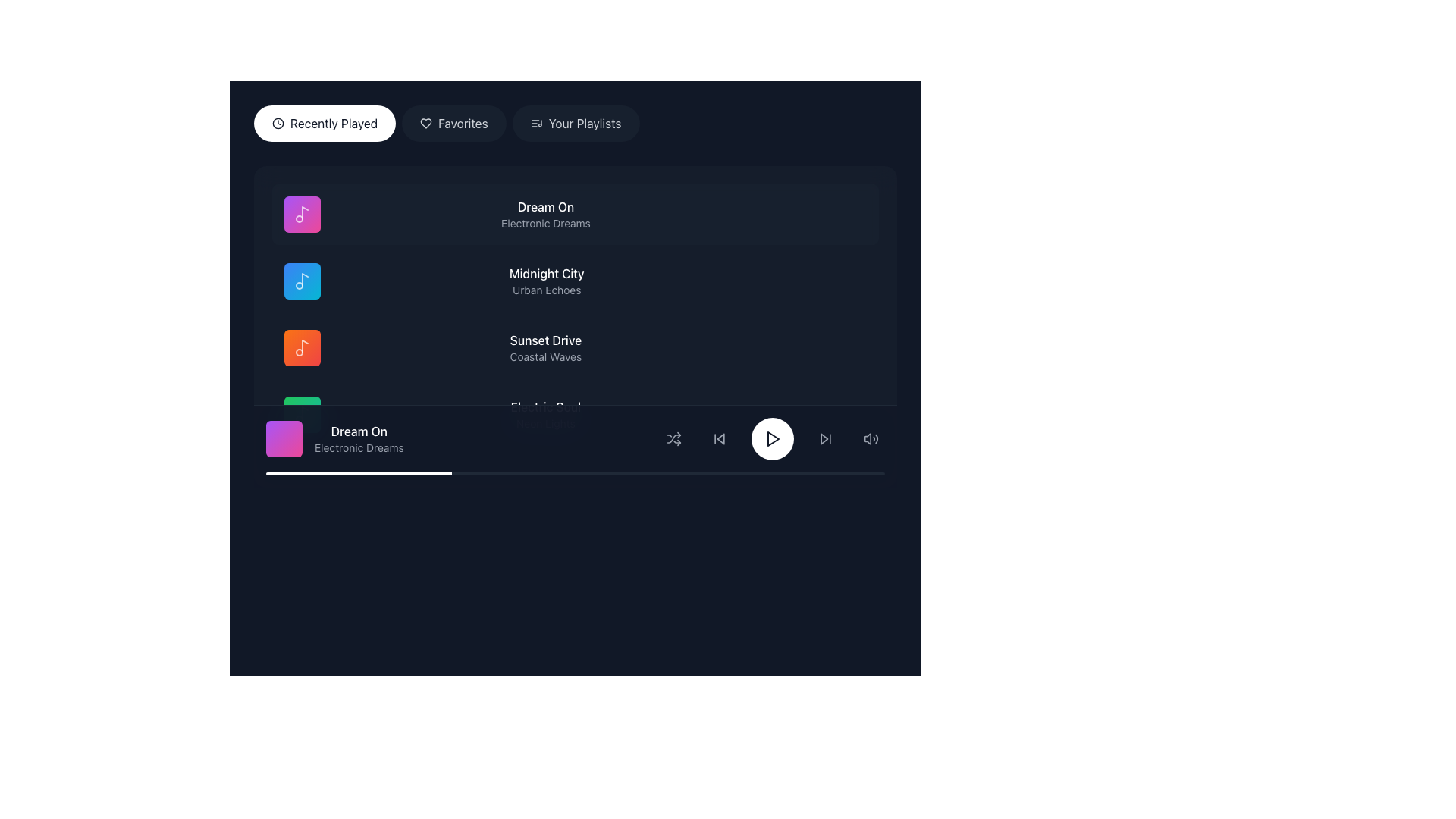 The height and width of the screenshot is (819, 1456). I want to click on the circular button with a backward triangular arrow icon to skip to the previous track, so click(719, 438).